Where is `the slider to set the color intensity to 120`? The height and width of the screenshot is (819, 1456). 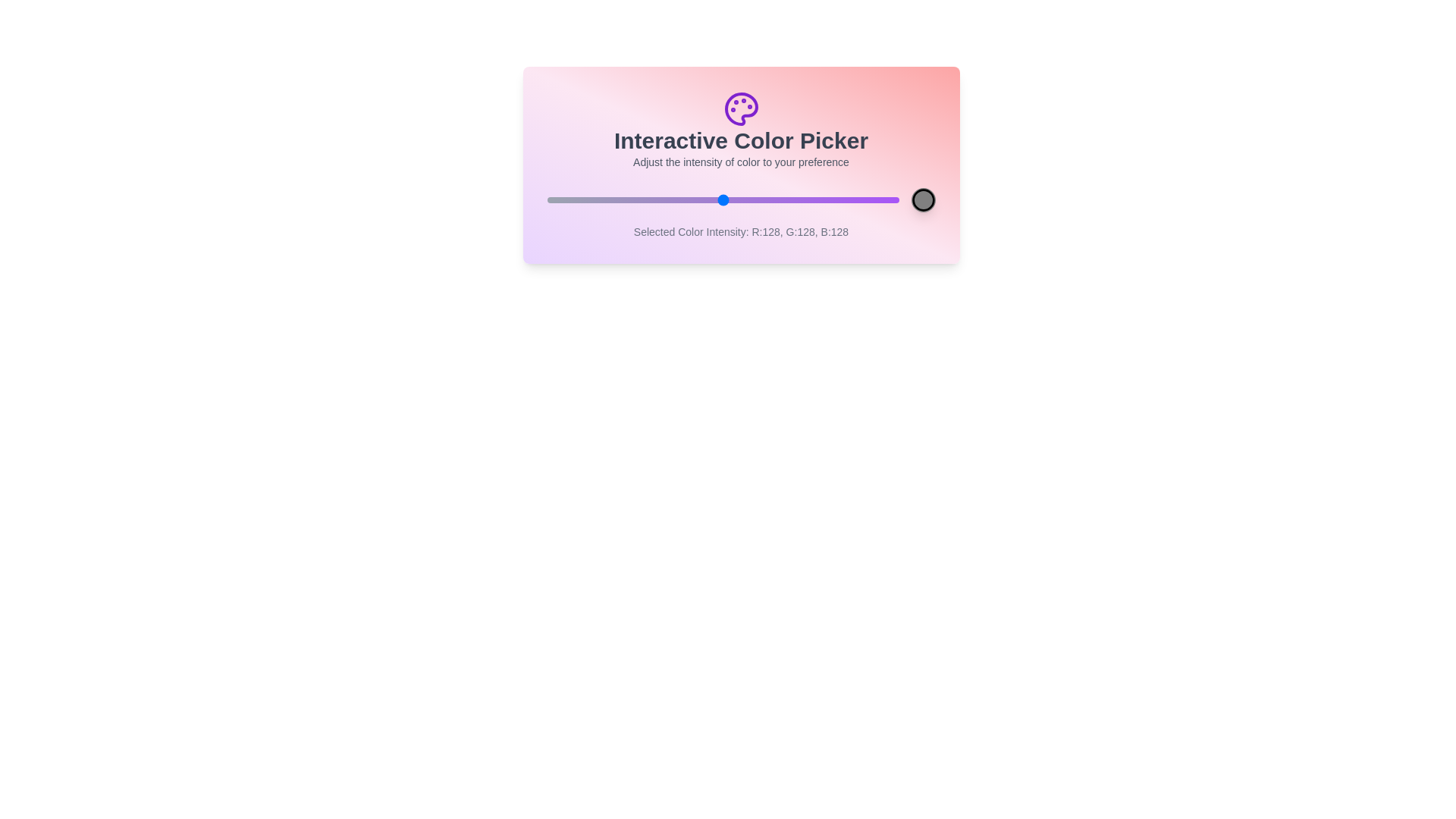
the slider to set the color intensity to 120 is located at coordinates (711, 199).